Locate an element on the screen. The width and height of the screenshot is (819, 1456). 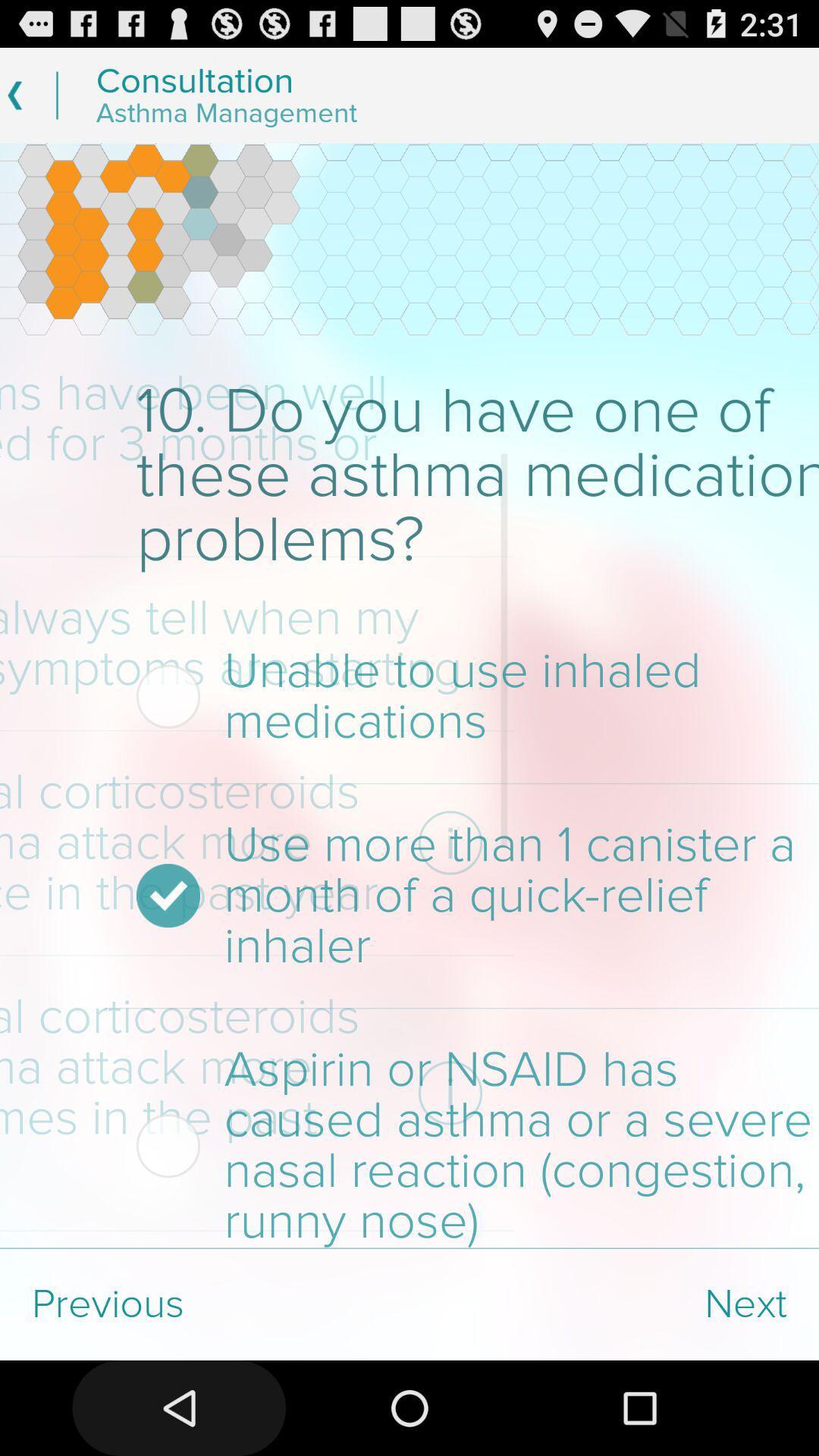
the item at the bottom left corner is located at coordinates (205, 1304).